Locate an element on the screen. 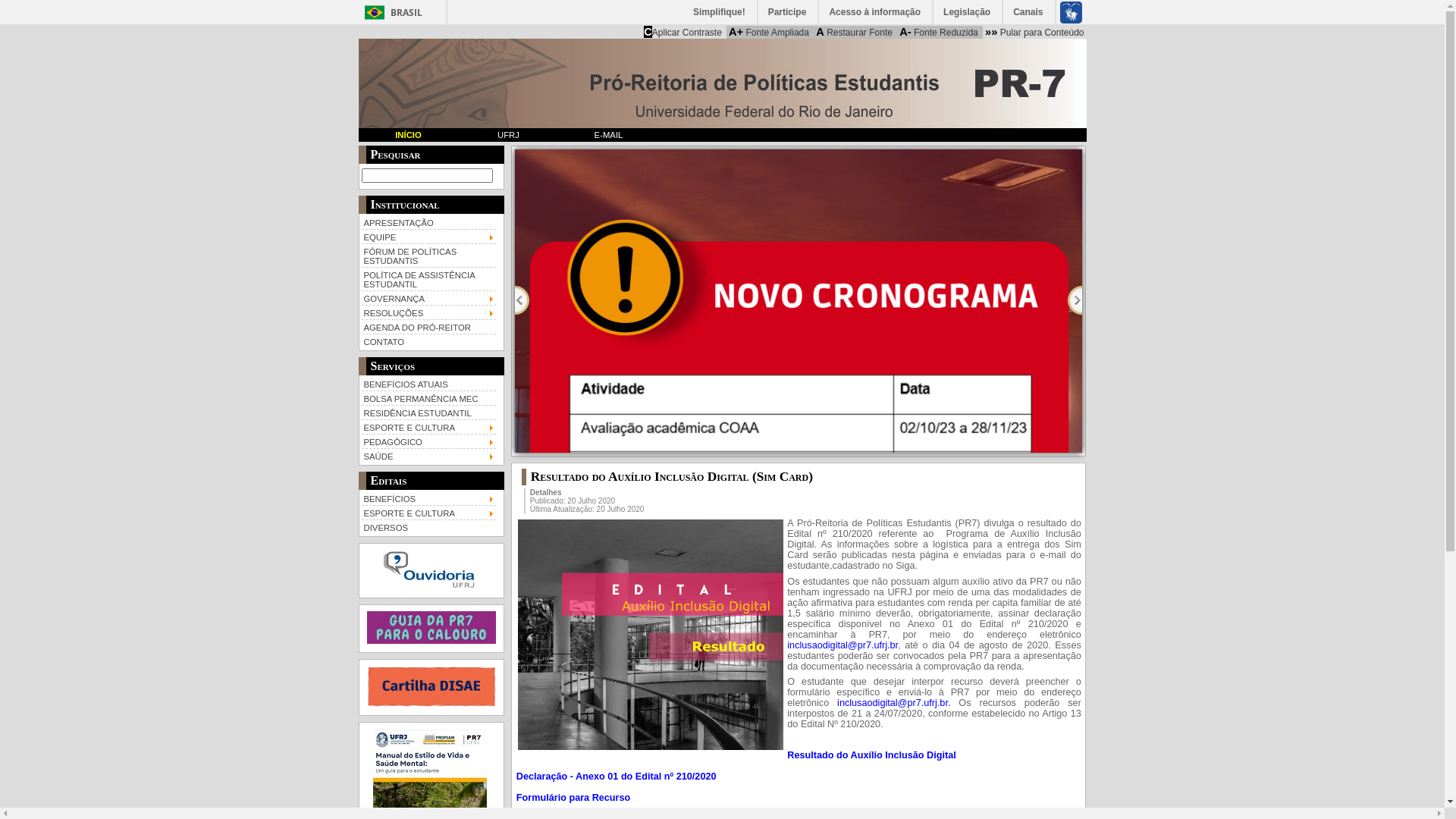 This screenshot has height=819, width=1456. 'Next' is located at coordinates (1066, 300).